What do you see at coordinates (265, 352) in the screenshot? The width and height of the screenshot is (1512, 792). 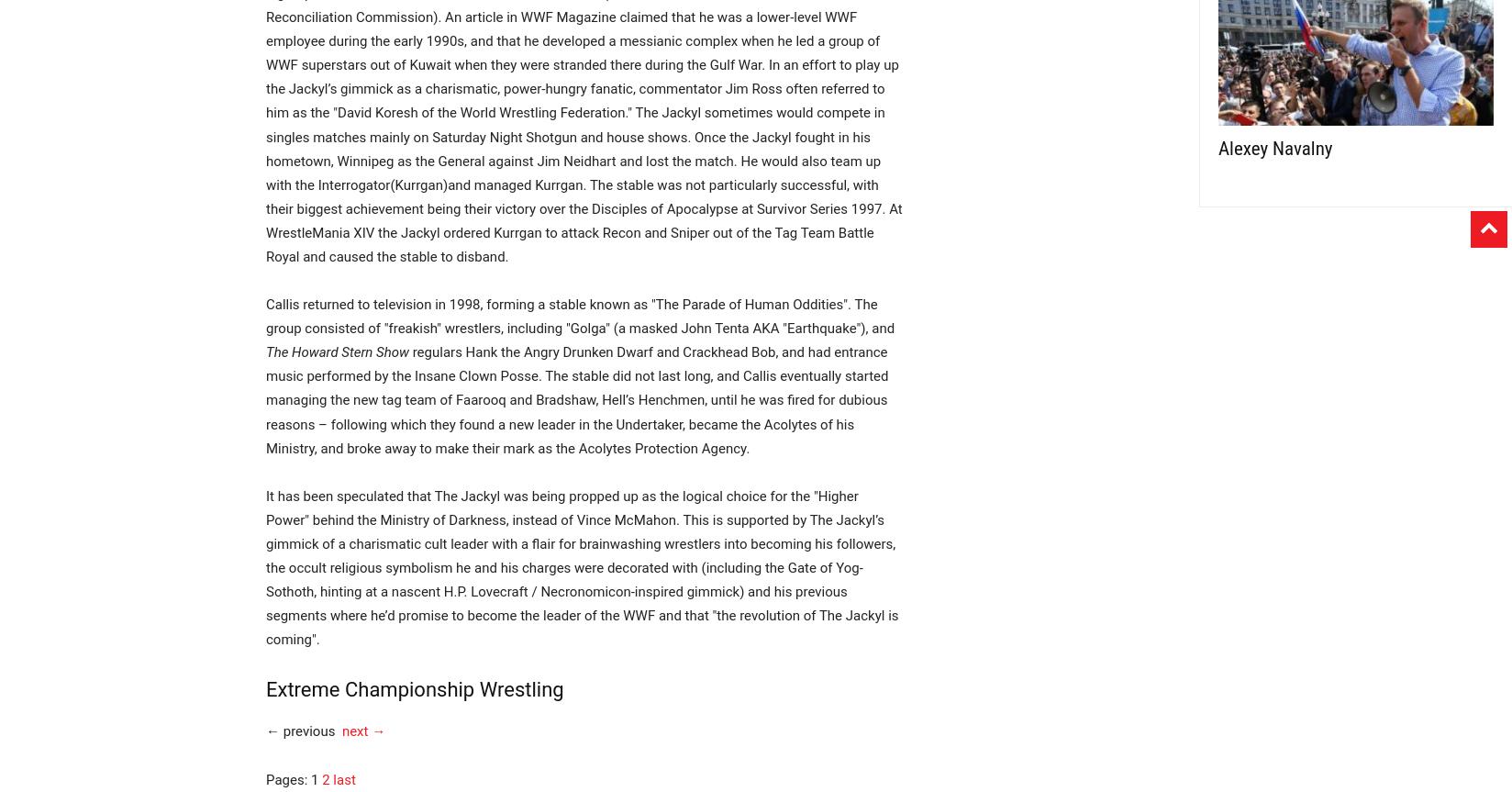 I see `'The Howard Stern Show'` at bounding box center [265, 352].